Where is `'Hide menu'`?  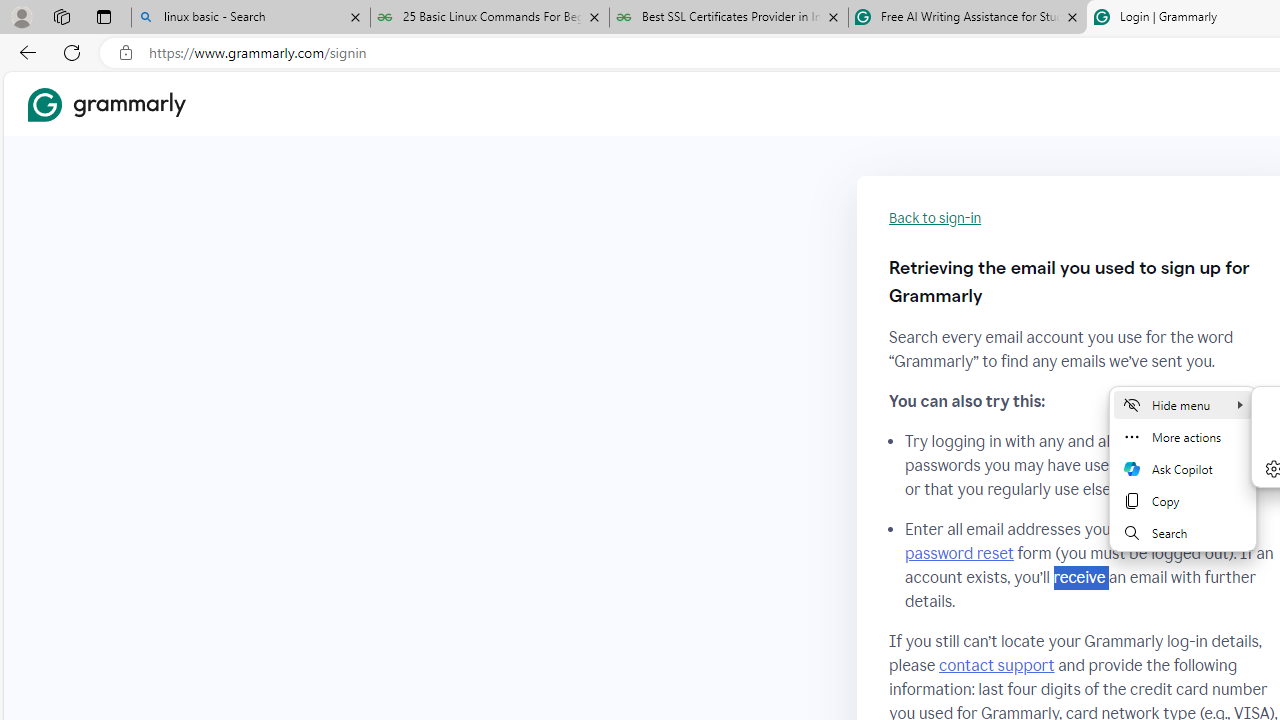 'Hide menu' is located at coordinates (1182, 405).